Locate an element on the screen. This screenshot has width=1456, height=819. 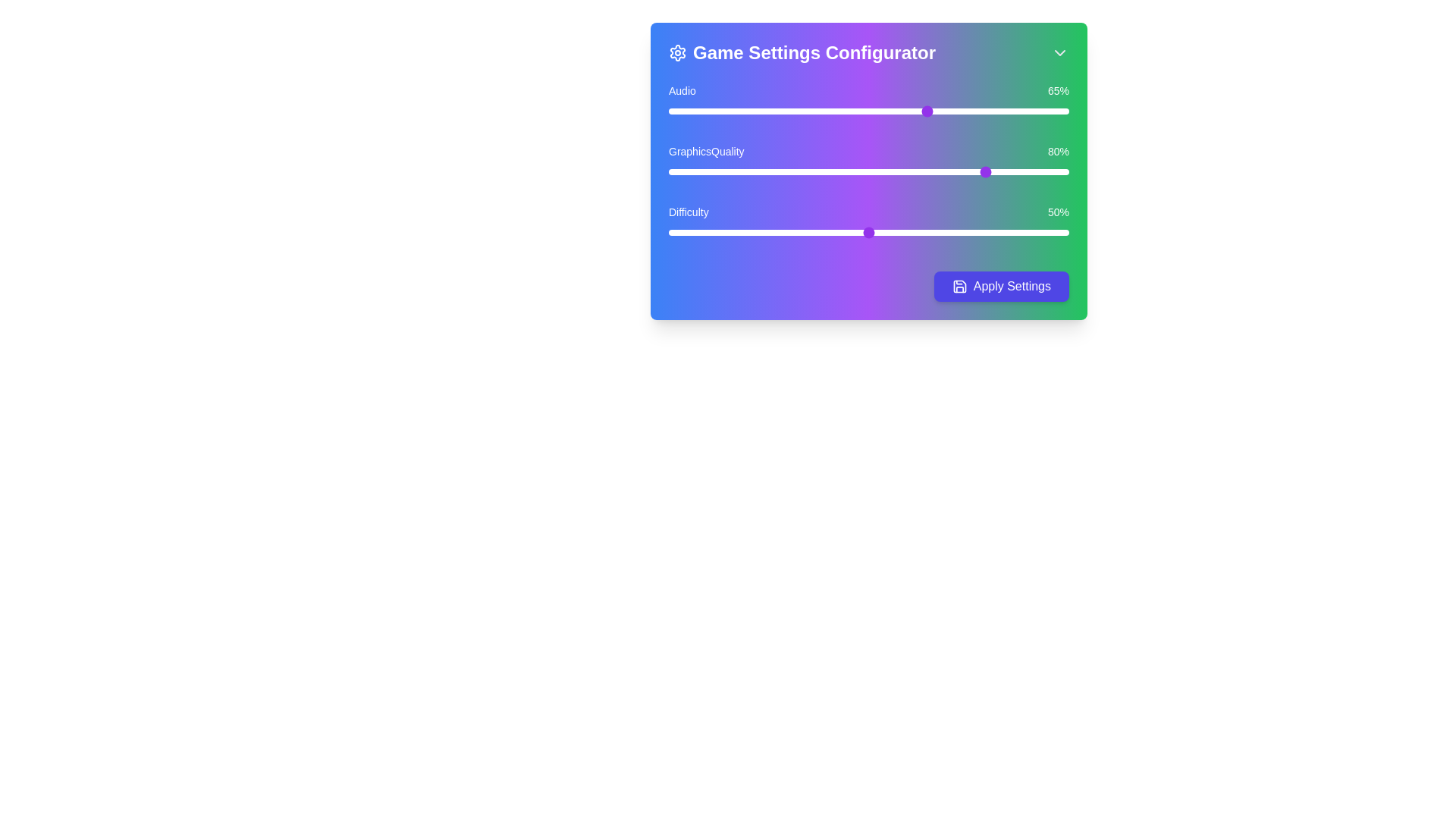
the difficulty slider is located at coordinates (940, 233).